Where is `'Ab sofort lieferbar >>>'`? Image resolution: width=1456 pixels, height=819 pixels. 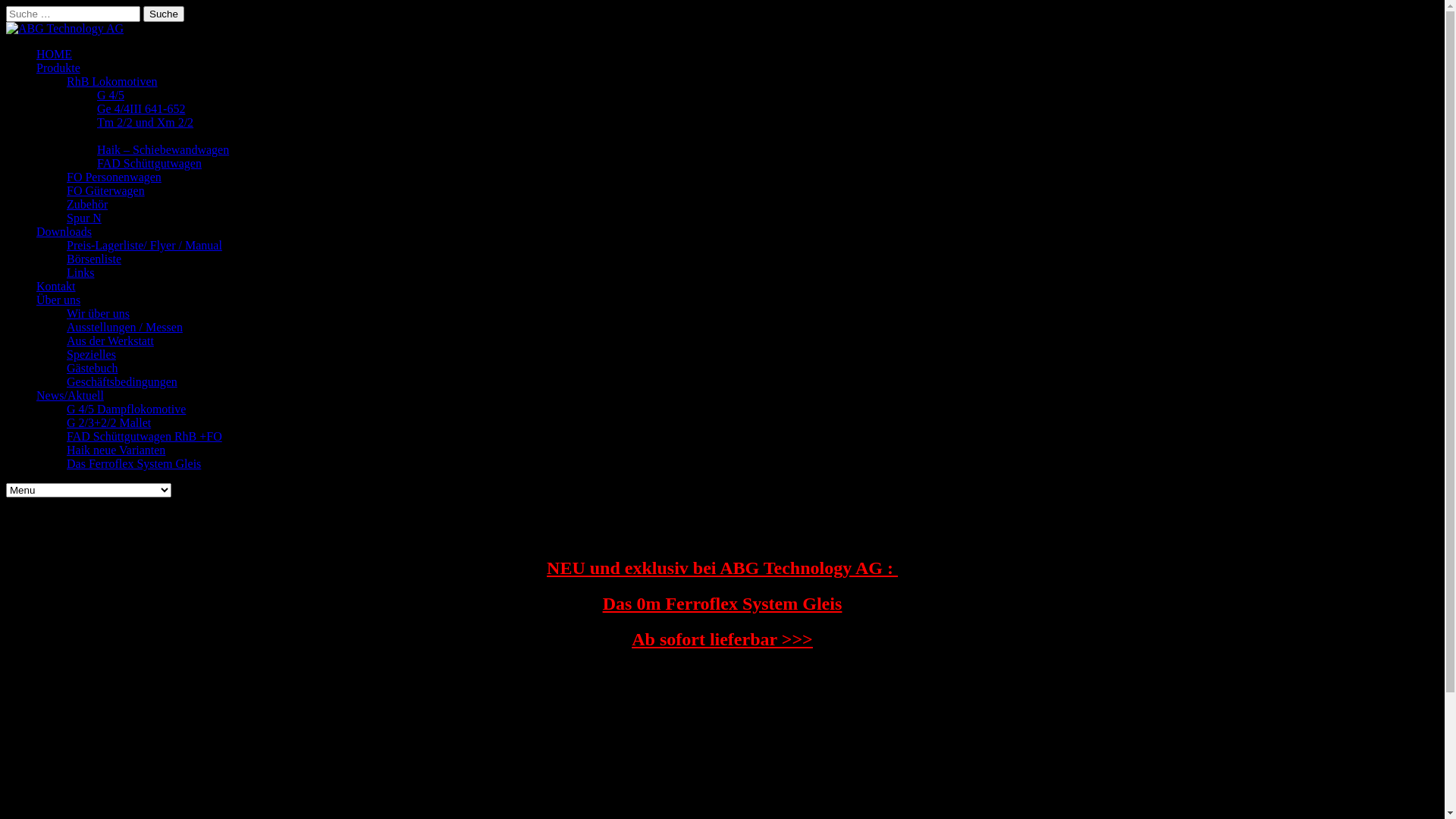
'Ab sofort lieferbar >>>' is located at coordinates (721, 639).